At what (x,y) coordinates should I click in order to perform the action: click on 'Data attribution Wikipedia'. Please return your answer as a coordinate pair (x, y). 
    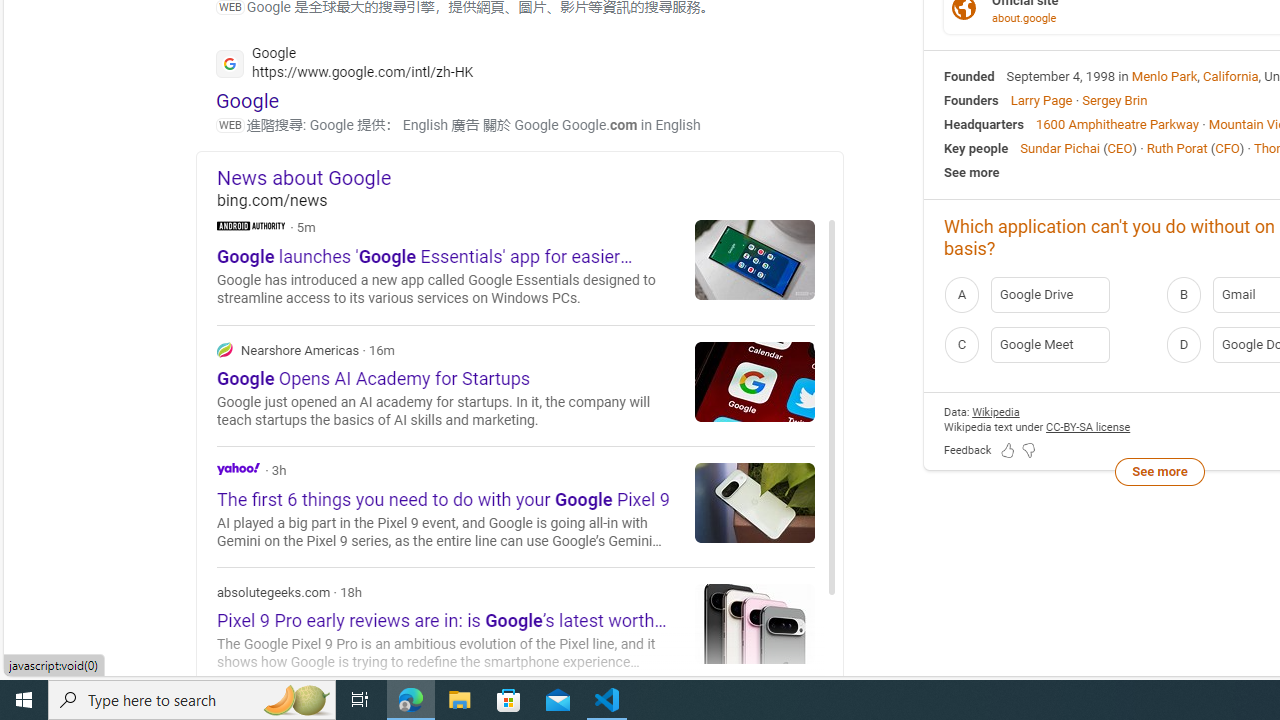
    Looking at the image, I should click on (995, 410).